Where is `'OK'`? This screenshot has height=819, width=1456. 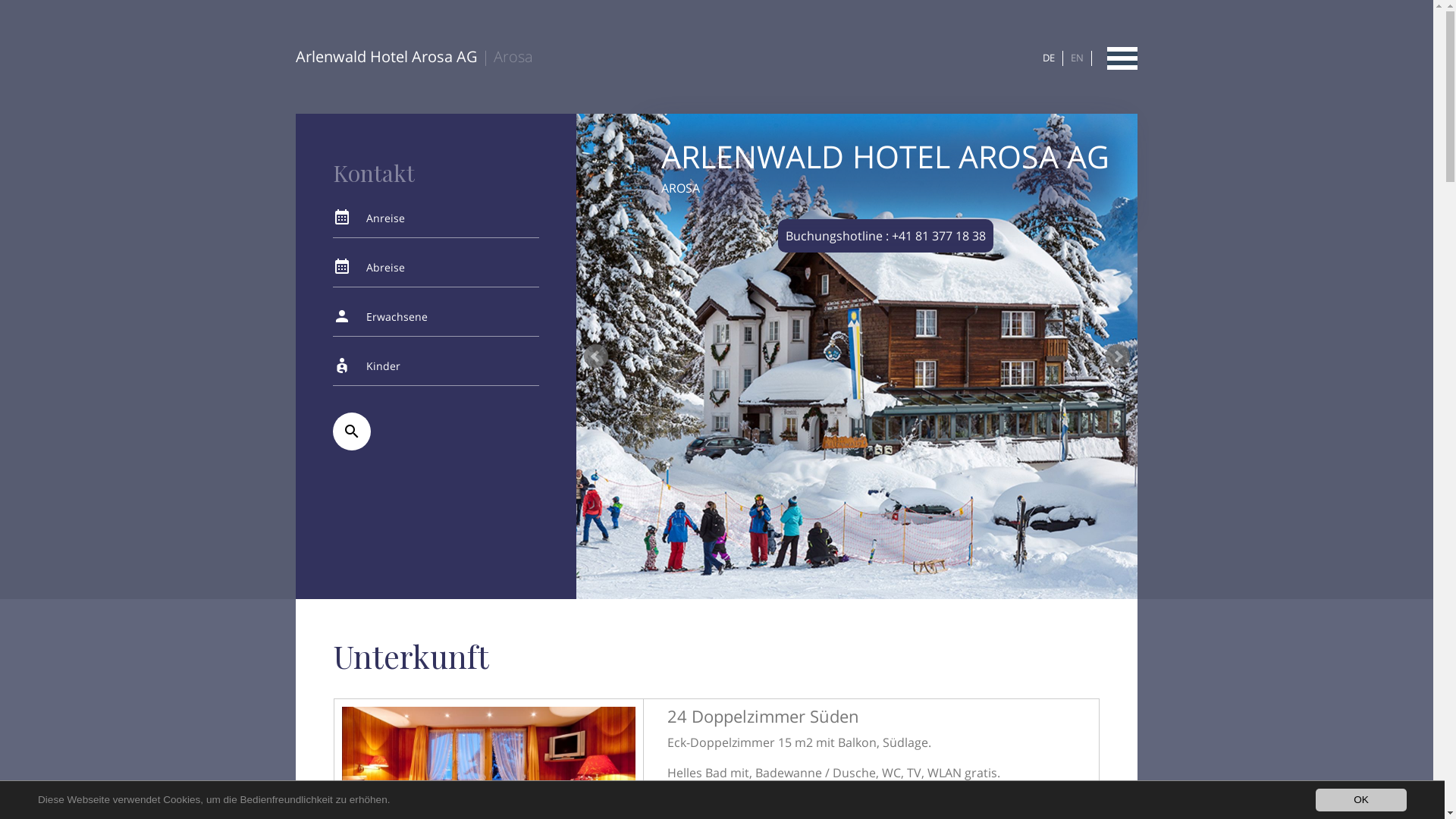 'OK' is located at coordinates (1361, 799).